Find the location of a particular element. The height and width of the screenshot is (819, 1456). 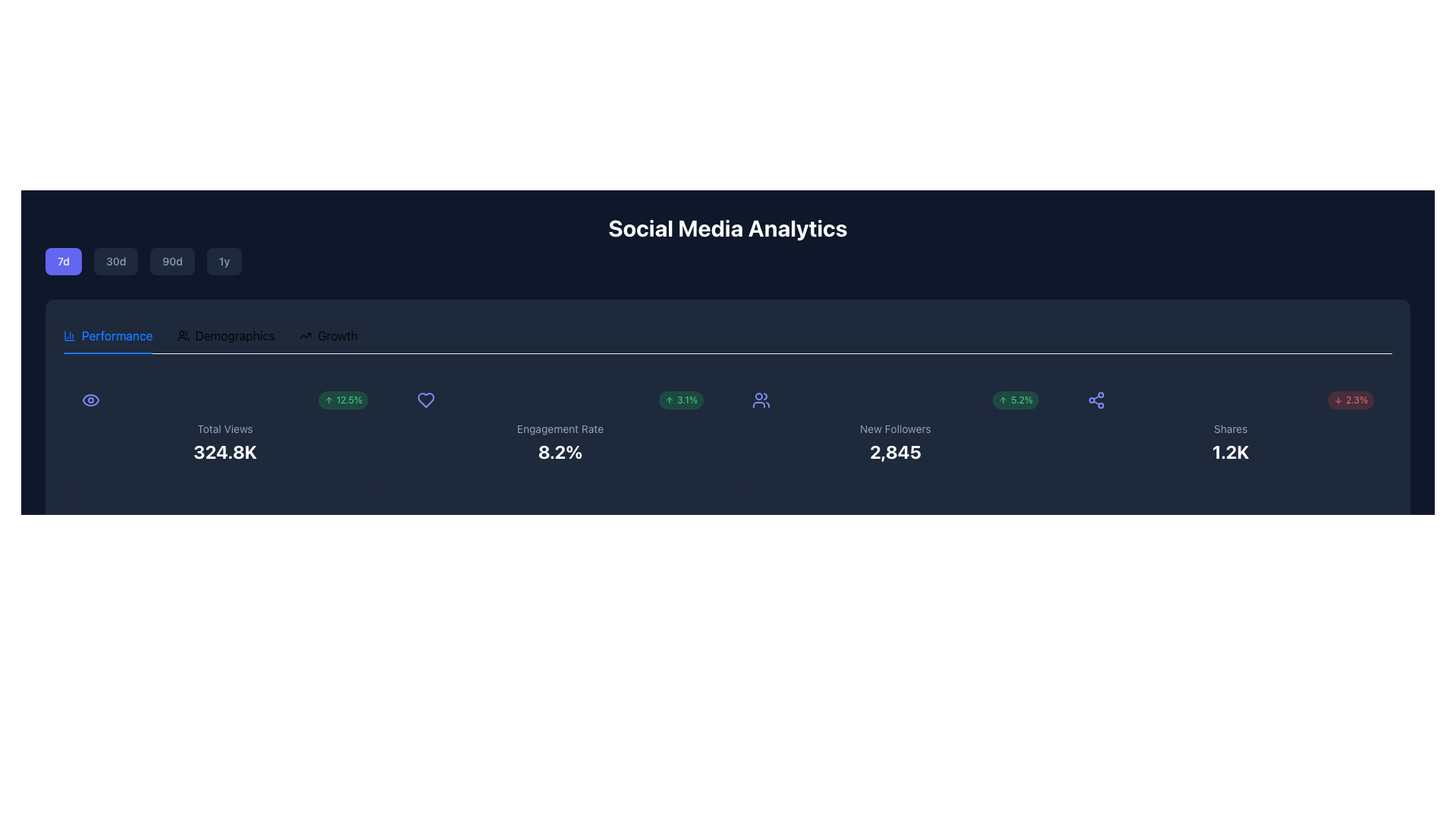

the rectangular button with a purple background and white text displaying '7d', which is the first button in a row of buttons above the main content section is located at coordinates (63, 260).